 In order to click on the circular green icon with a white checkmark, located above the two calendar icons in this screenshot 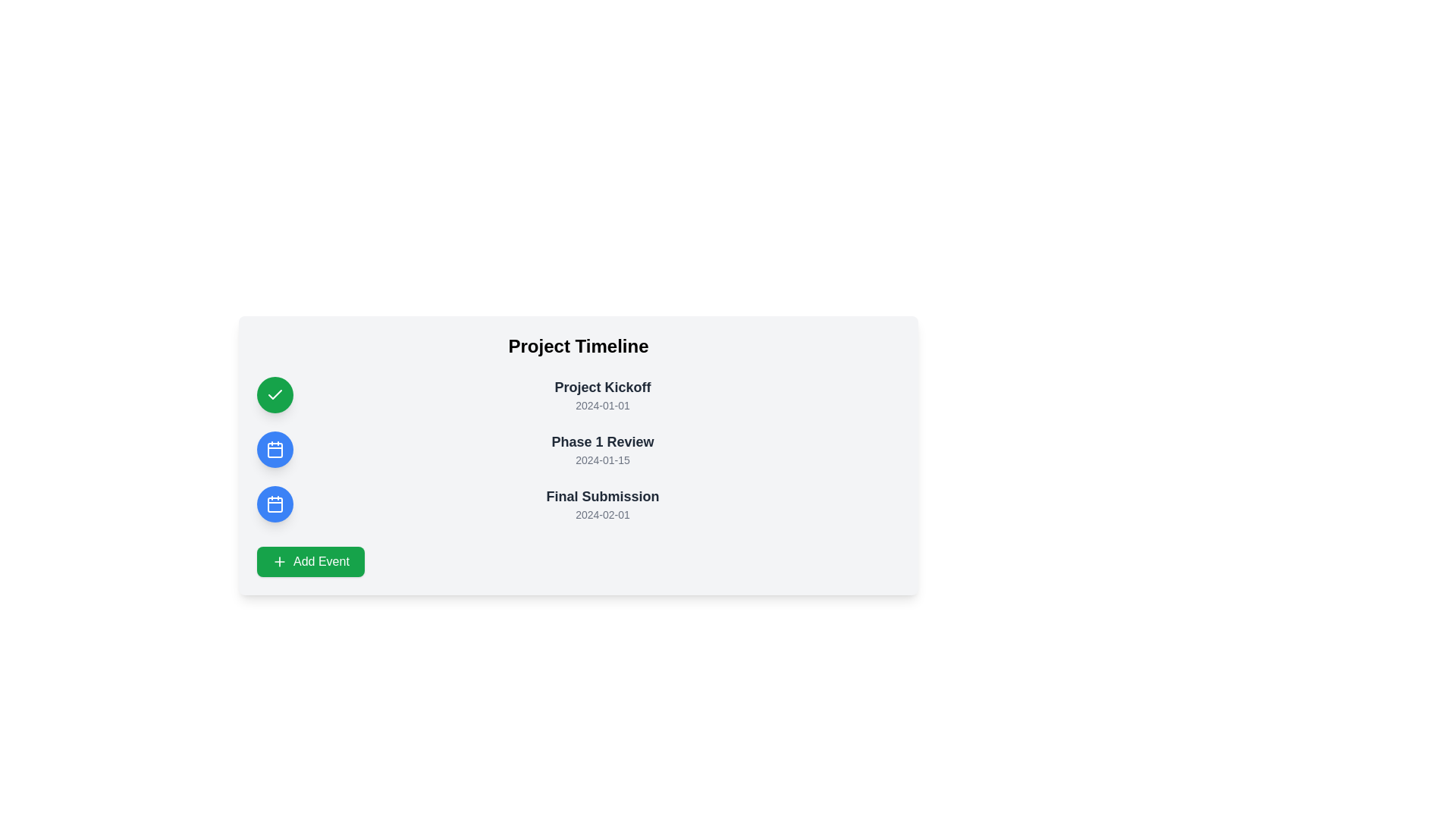, I will do `click(275, 394)`.